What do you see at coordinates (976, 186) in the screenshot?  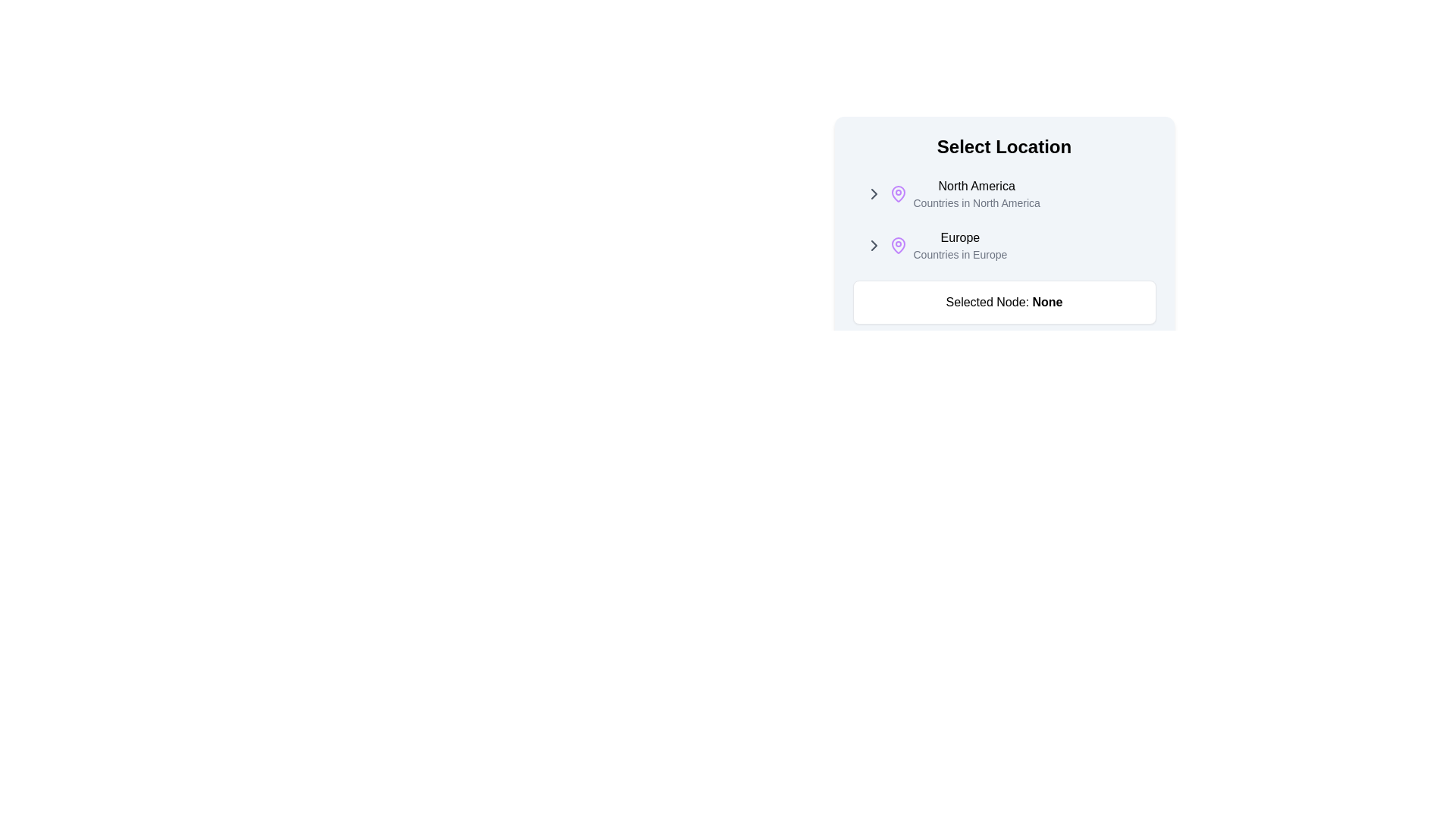 I see `the 'North America' text label, which is bold and prominently displayed at the top of the region list` at bounding box center [976, 186].